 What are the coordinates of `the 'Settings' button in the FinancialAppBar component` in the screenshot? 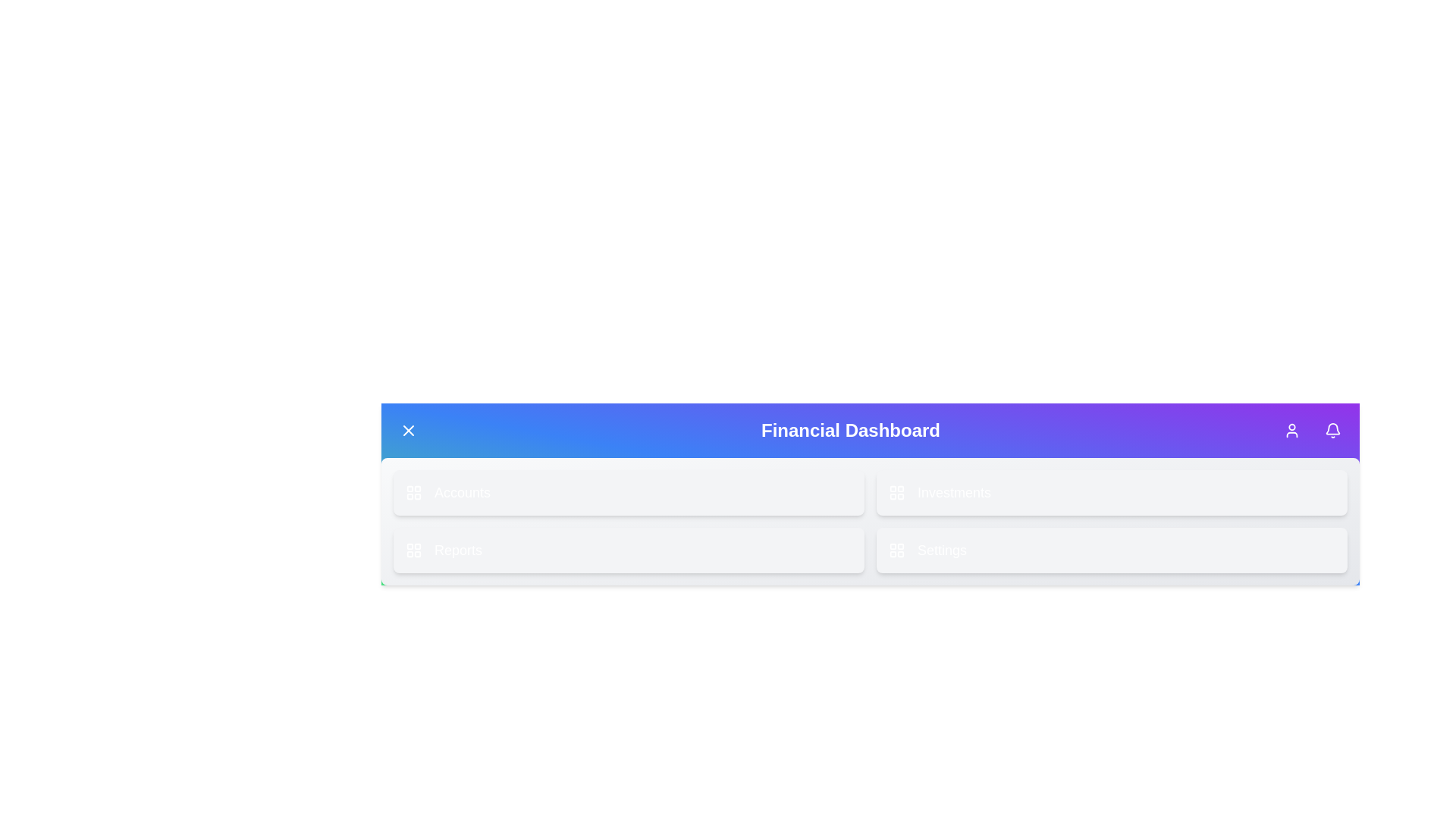 It's located at (1112, 550).